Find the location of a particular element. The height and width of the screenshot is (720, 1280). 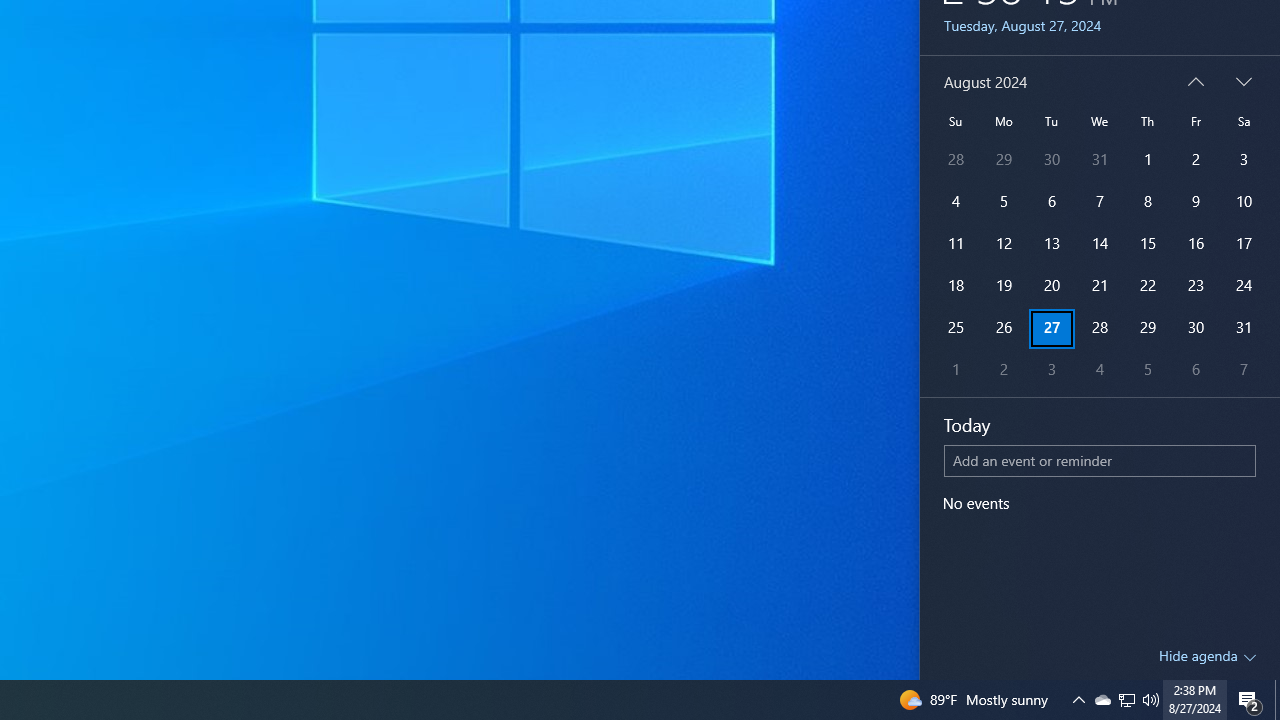

'25' is located at coordinates (955, 328).